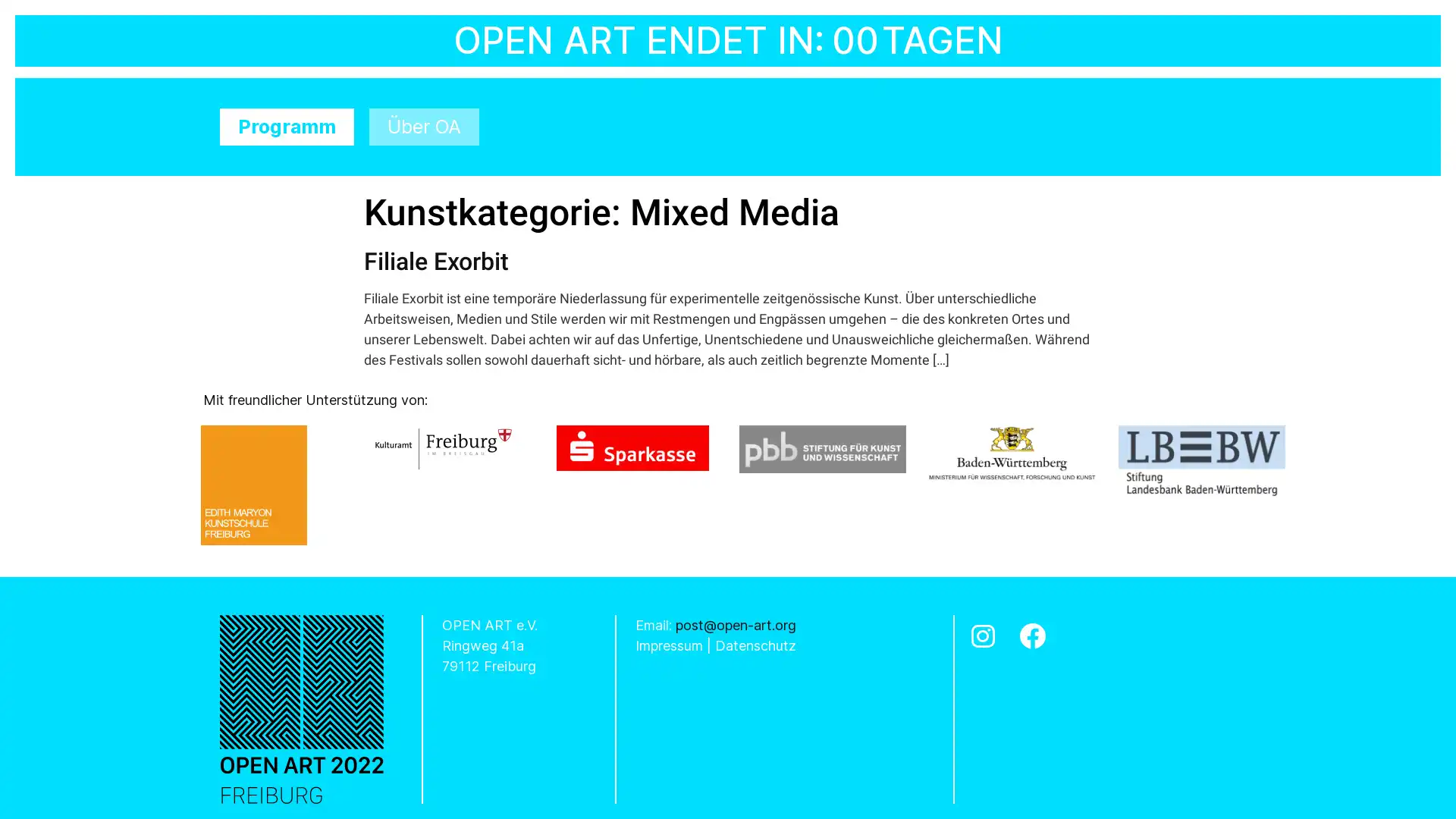  Describe the element at coordinates (424, 126) in the screenshot. I see `Uber OA` at that location.